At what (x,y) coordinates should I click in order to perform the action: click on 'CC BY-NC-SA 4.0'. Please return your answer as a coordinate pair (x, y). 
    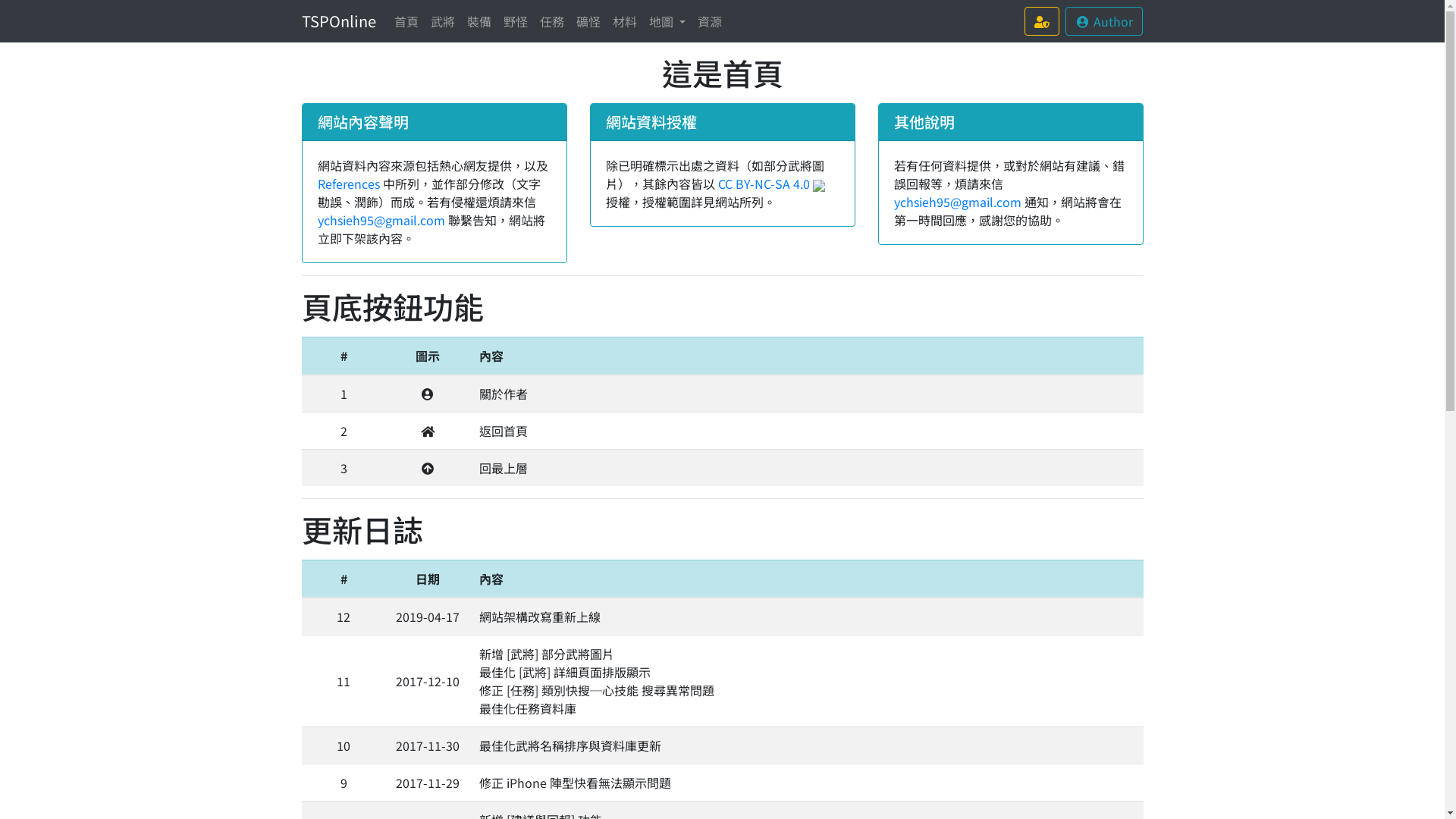
    Looking at the image, I should click on (716, 183).